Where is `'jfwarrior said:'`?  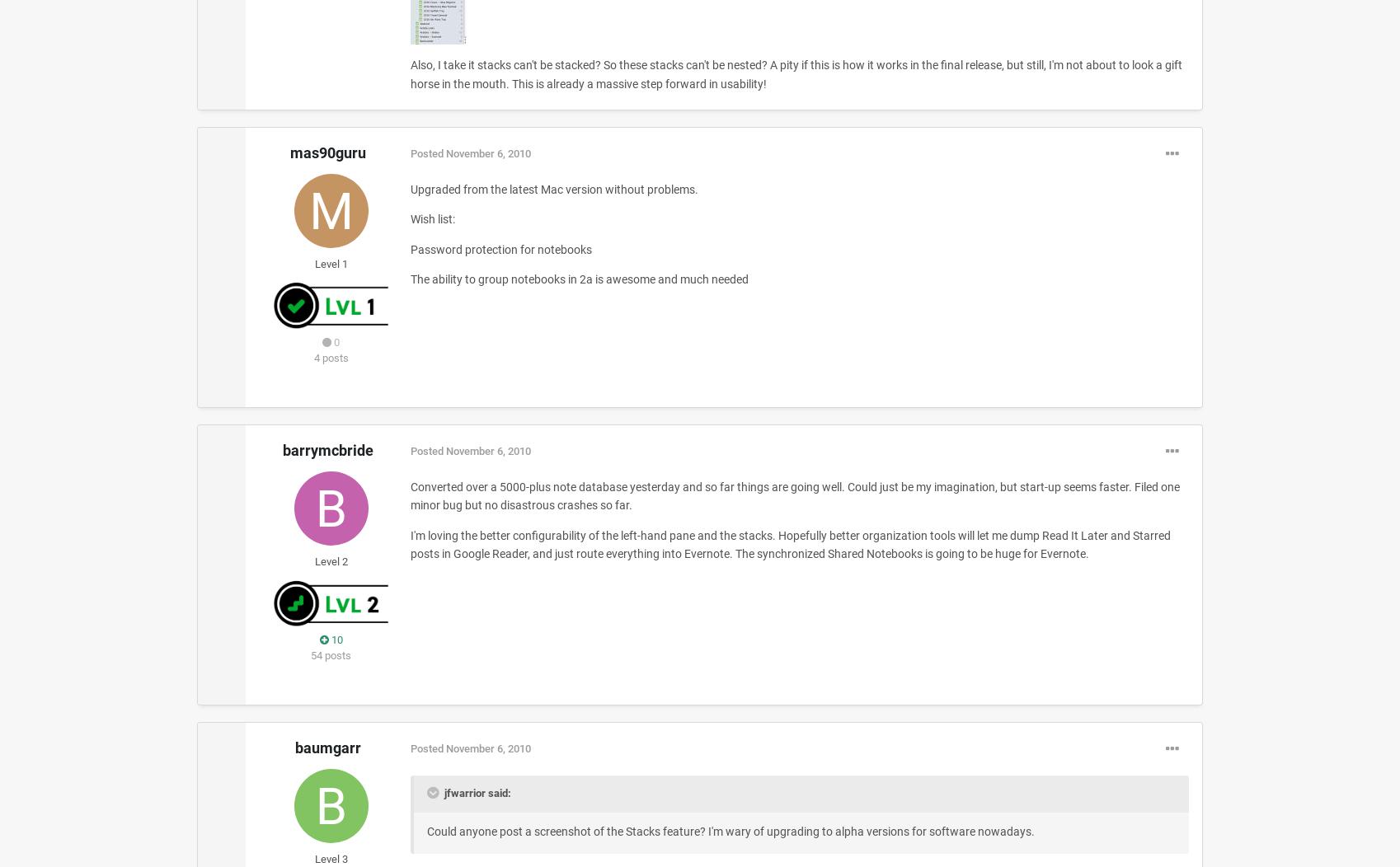
'jfwarrior said:' is located at coordinates (475, 792).